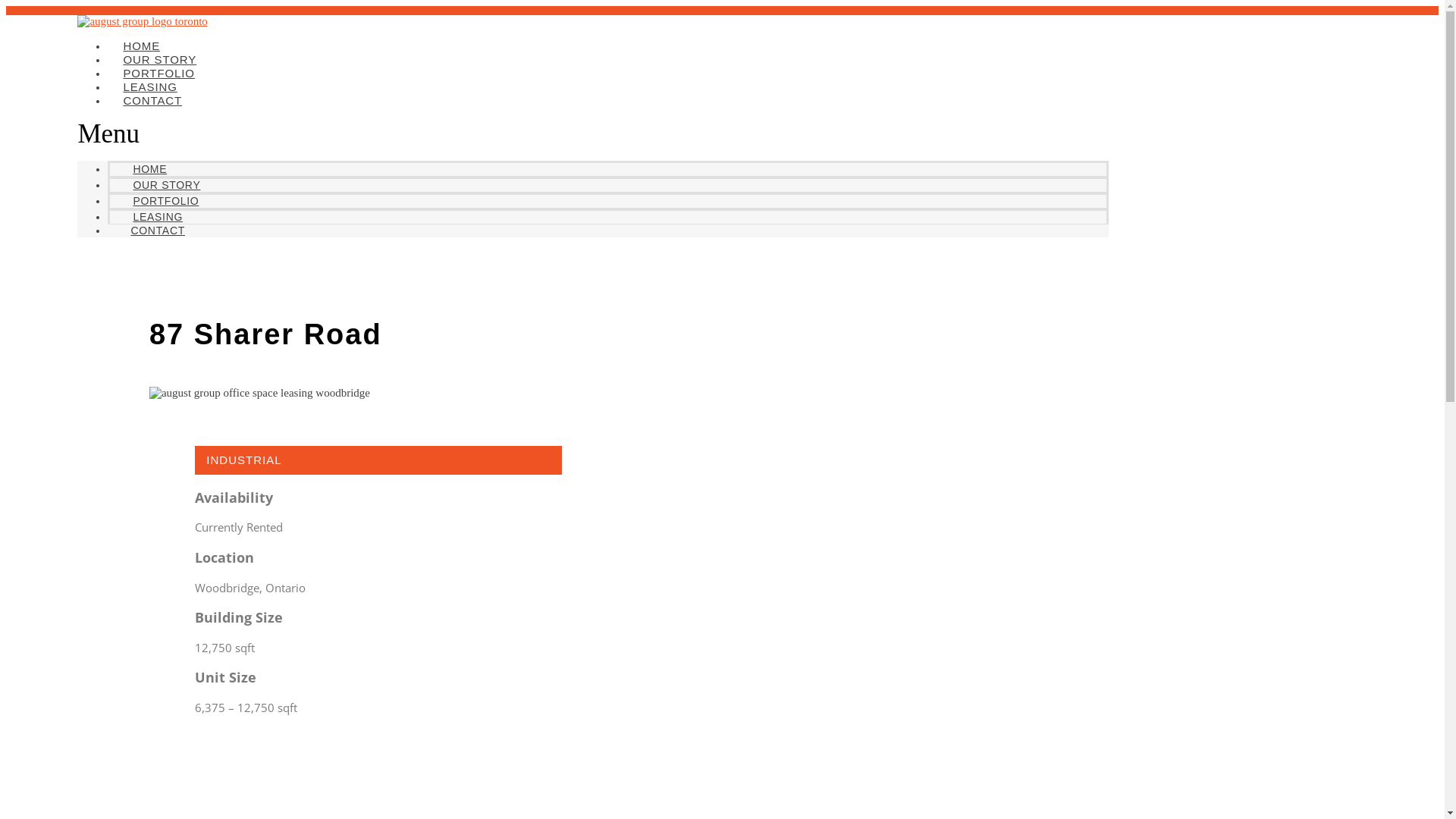  What do you see at coordinates (152, 100) in the screenshot?
I see `'CONTACT'` at bounding box center [152, 100].